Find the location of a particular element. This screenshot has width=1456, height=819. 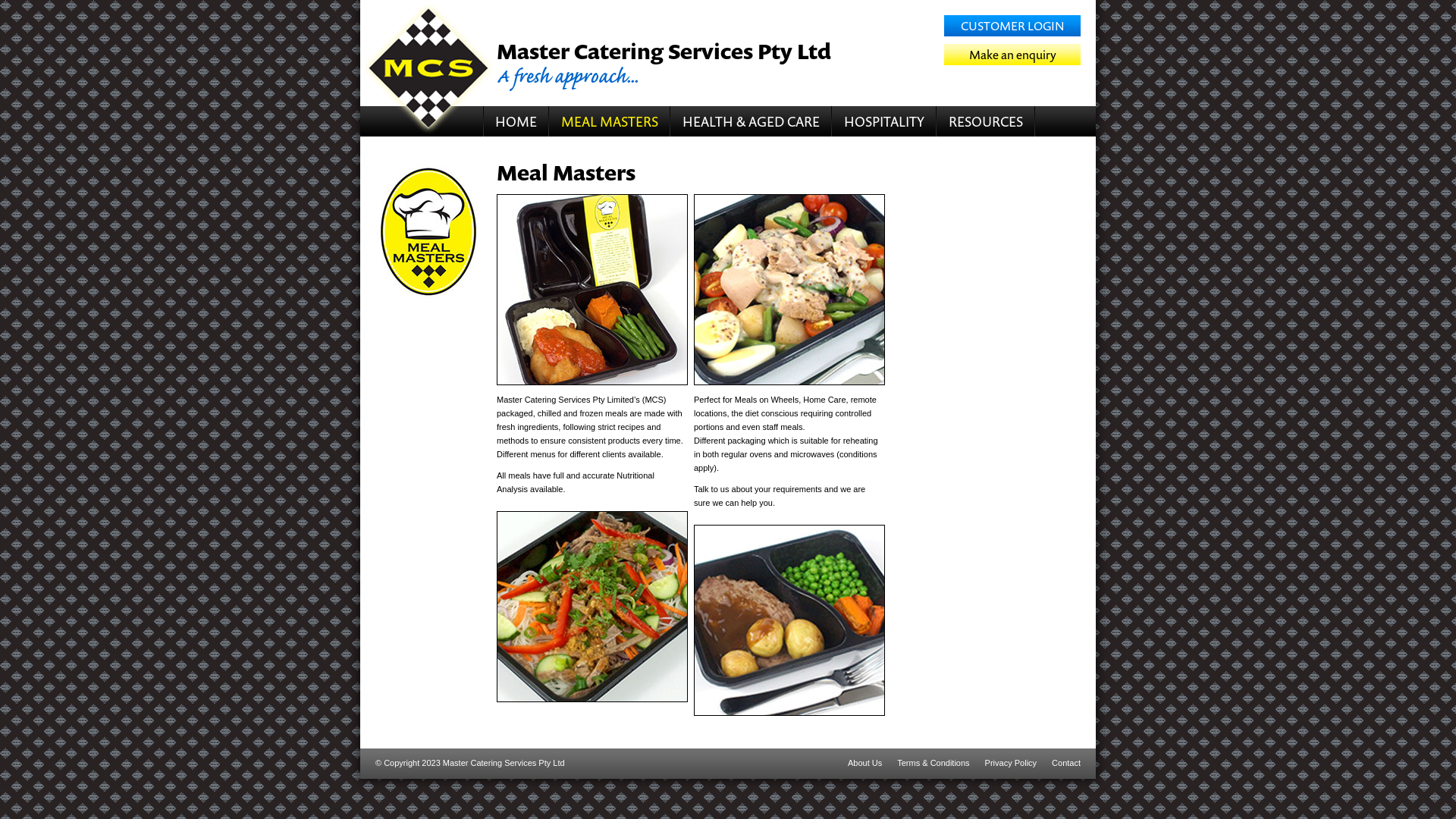

'MEAL MASTERS' is located at coordinates (609, 120).